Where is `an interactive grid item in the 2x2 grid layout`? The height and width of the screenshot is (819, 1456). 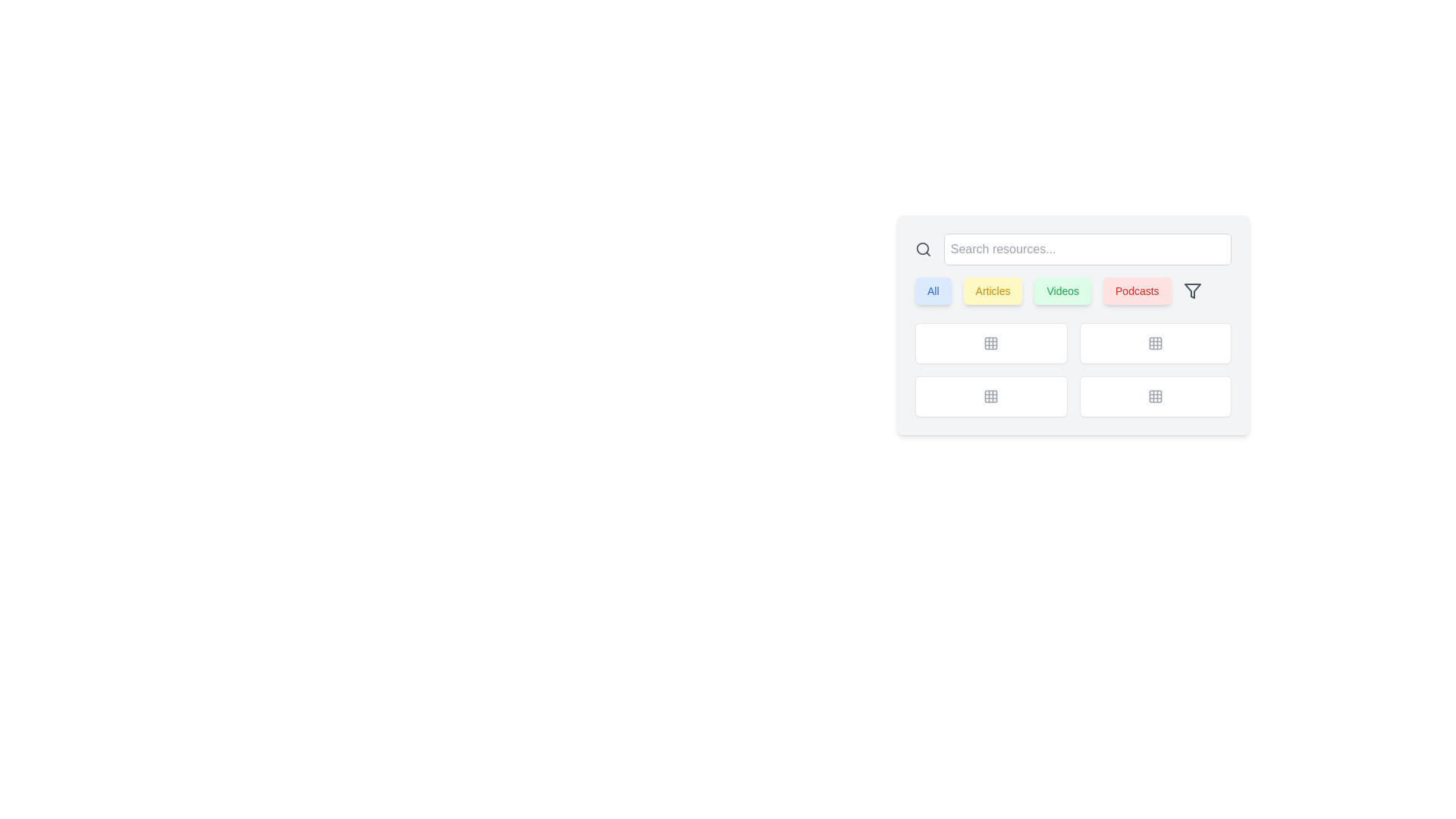 an interactive grid item in the 2x2 grid layout is located at coordinates (1072, 370).